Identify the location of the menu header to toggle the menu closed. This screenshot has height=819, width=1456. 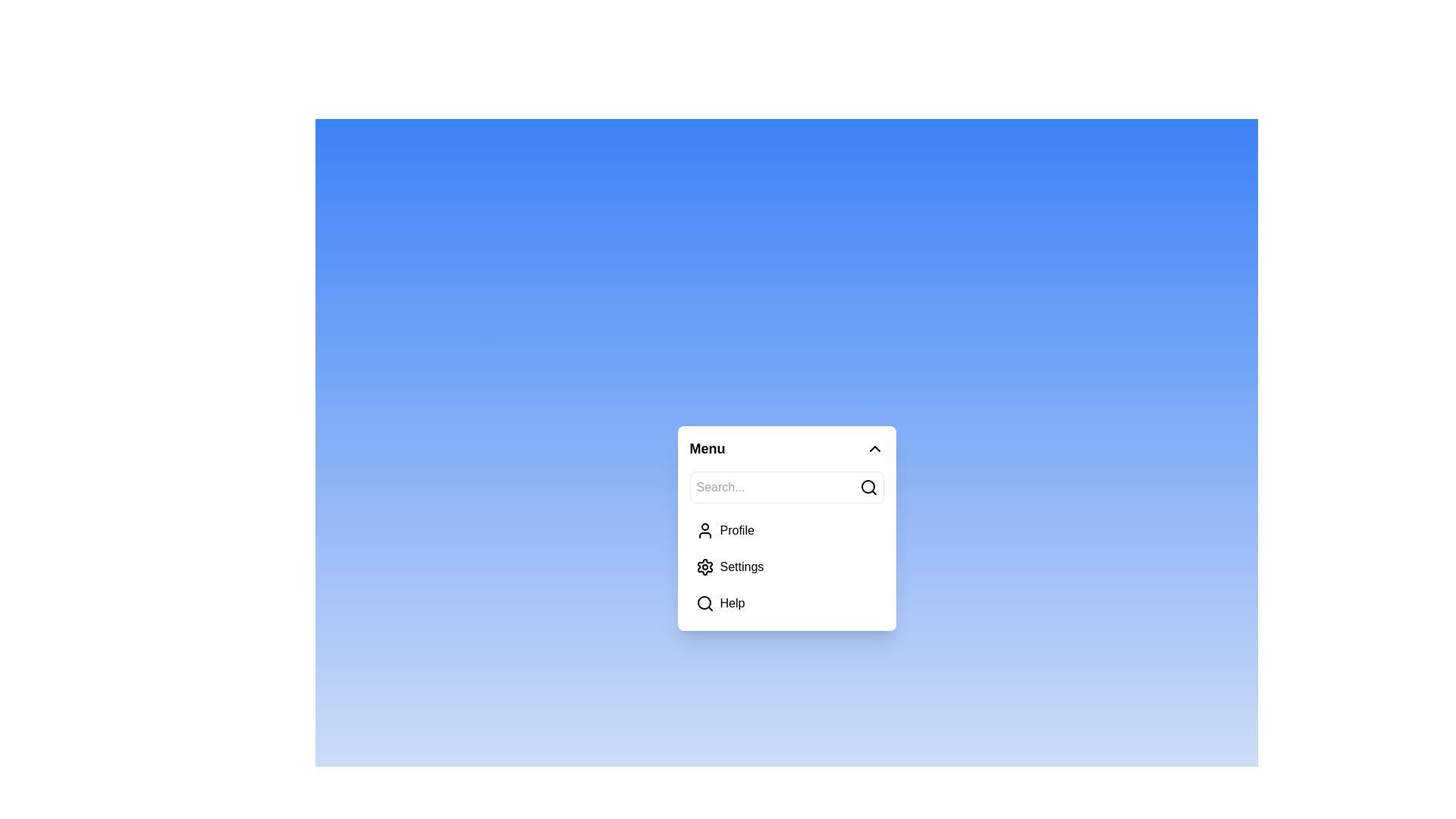
(786, 447).